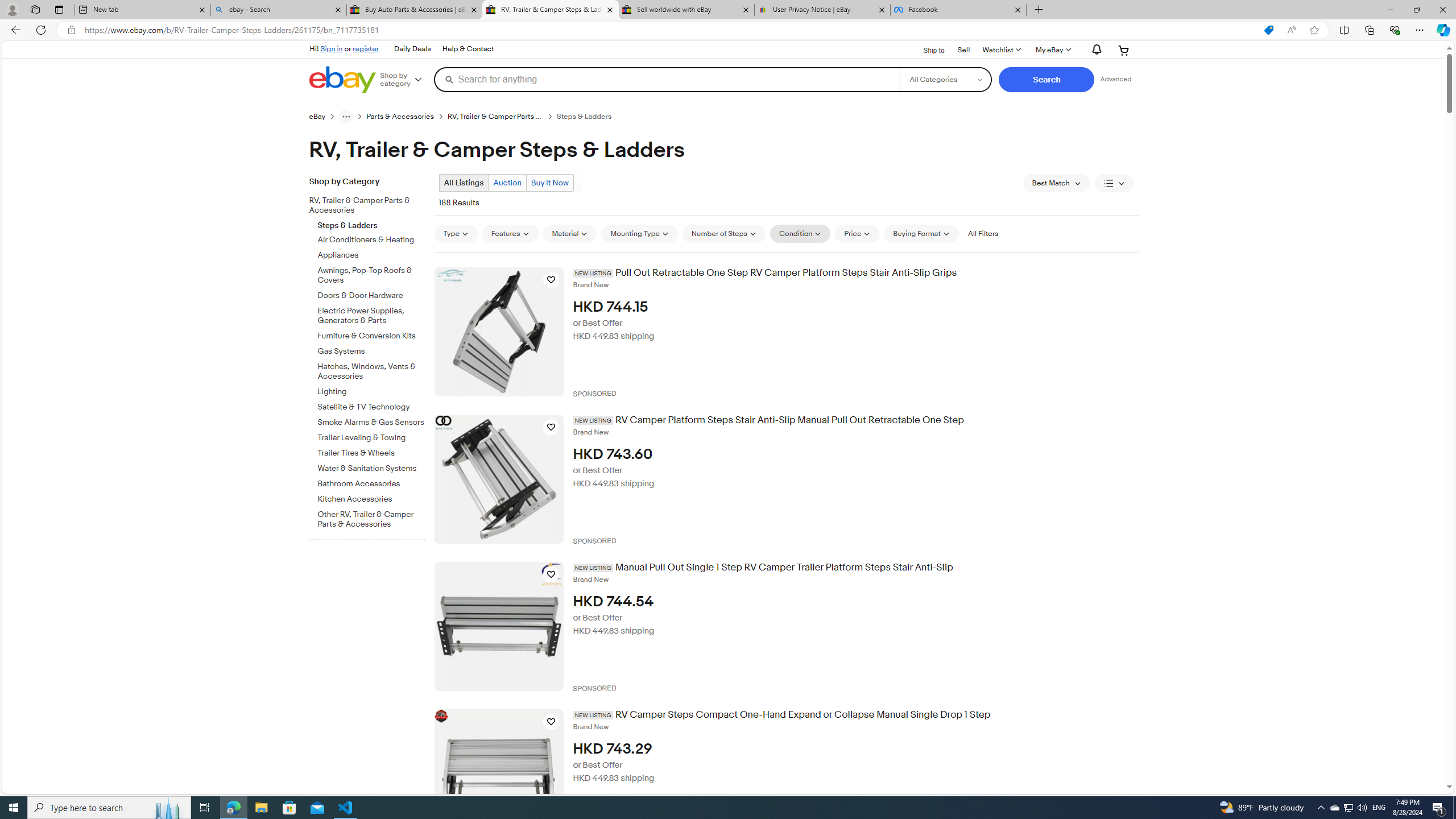 This screenshot has width=1456, height=819. Describe the element at coordinates (371, 372) in the screenshot. I see `'Hatches, Windows, Vents & Accessories'` at that location.